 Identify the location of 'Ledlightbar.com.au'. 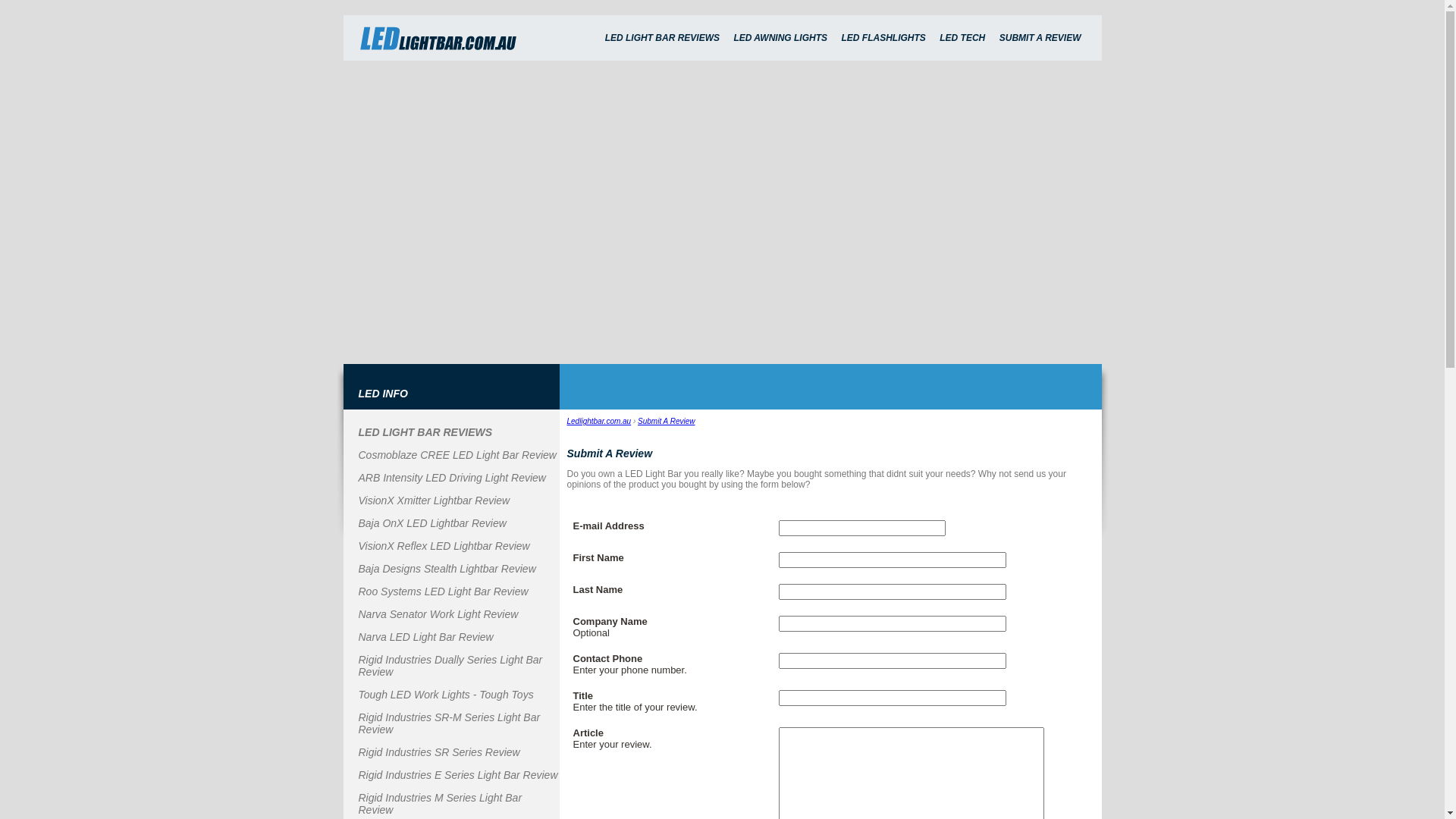
(566, 421).